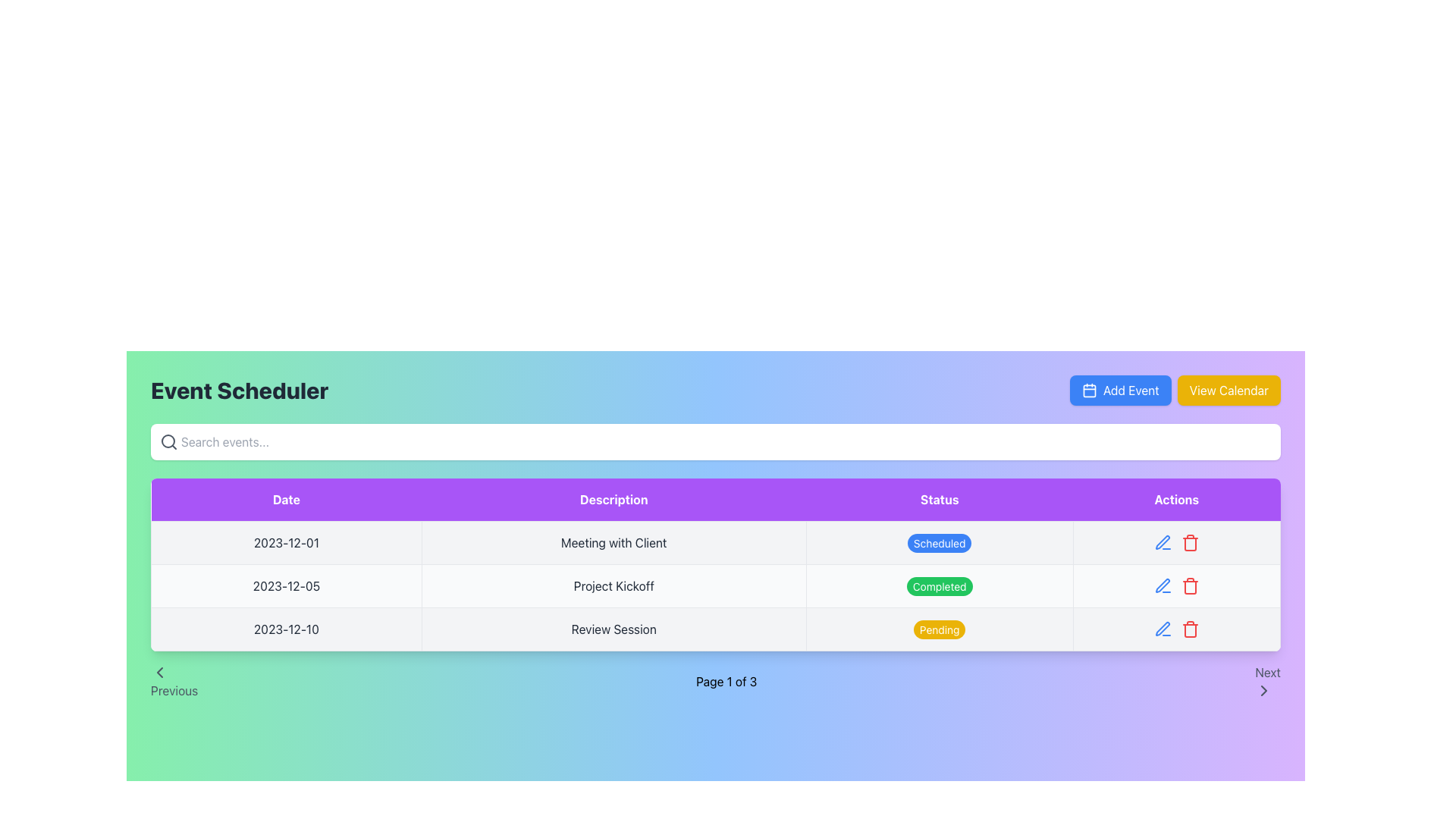  I want to click on the magnifying glass icon located on the left side of the search input field, so click(168, 441).